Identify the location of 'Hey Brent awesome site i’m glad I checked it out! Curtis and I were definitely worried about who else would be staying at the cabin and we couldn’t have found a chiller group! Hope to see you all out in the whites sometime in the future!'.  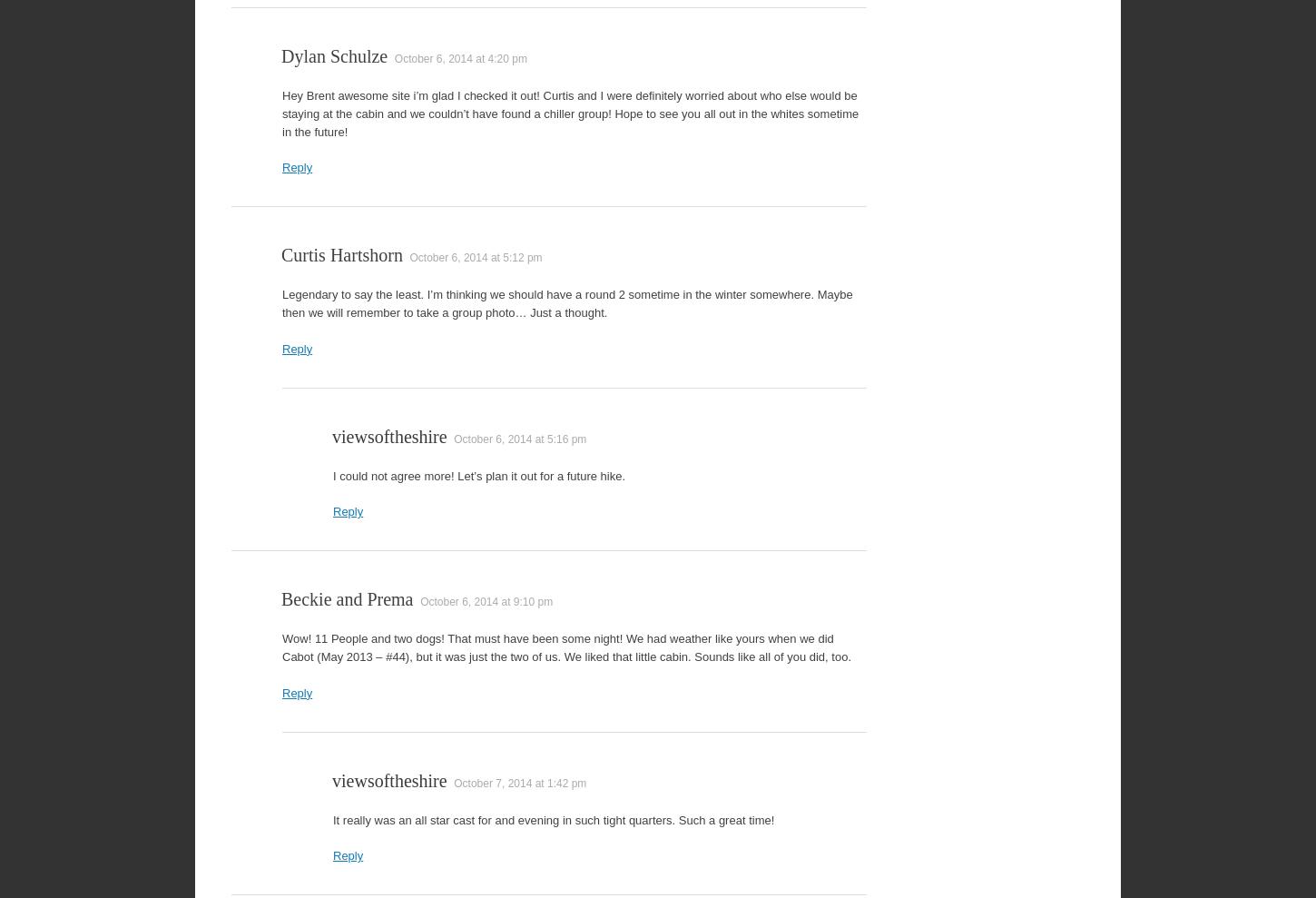
(569, 112).